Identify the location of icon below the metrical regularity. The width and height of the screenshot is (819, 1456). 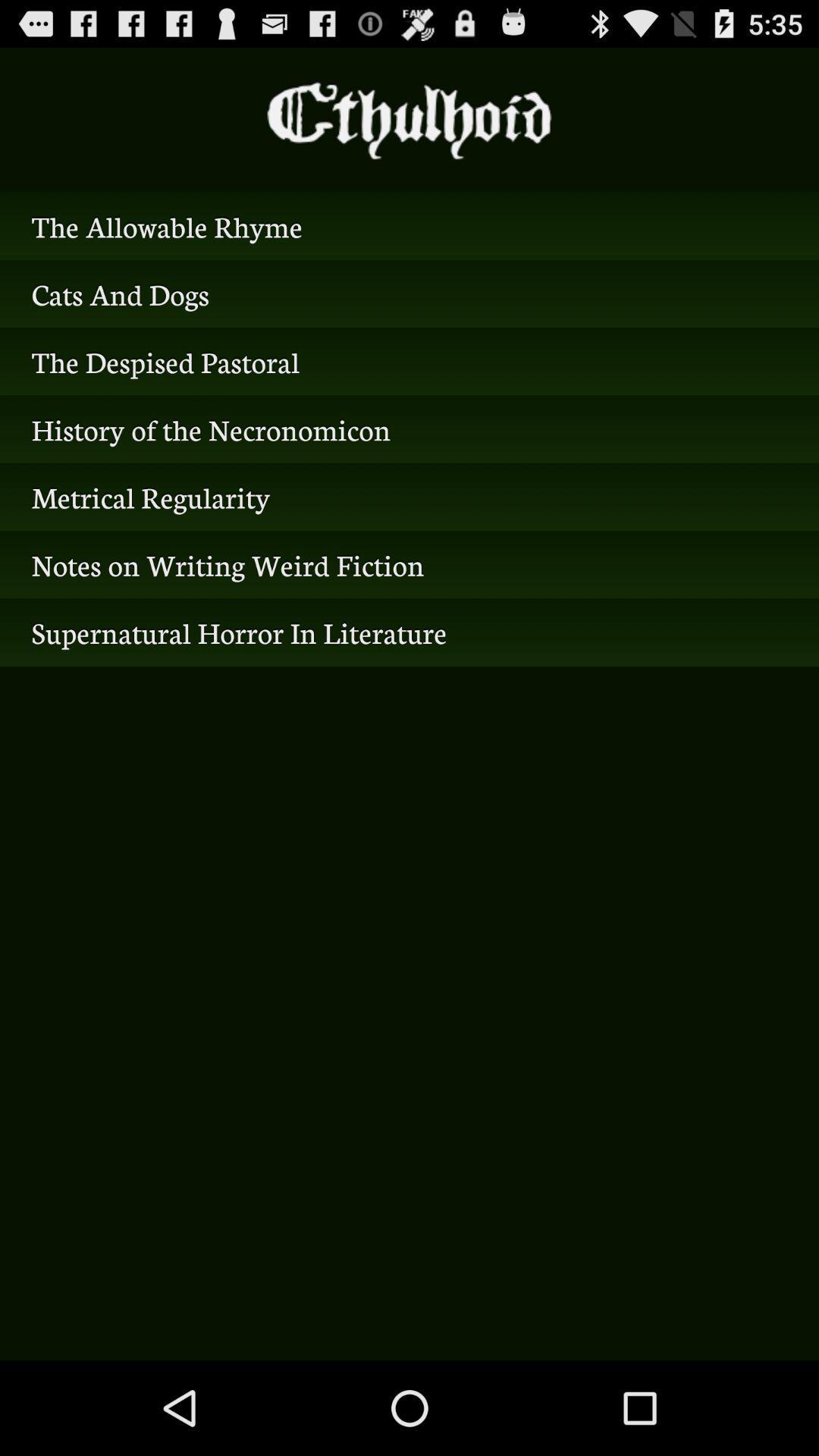
(409, 563).